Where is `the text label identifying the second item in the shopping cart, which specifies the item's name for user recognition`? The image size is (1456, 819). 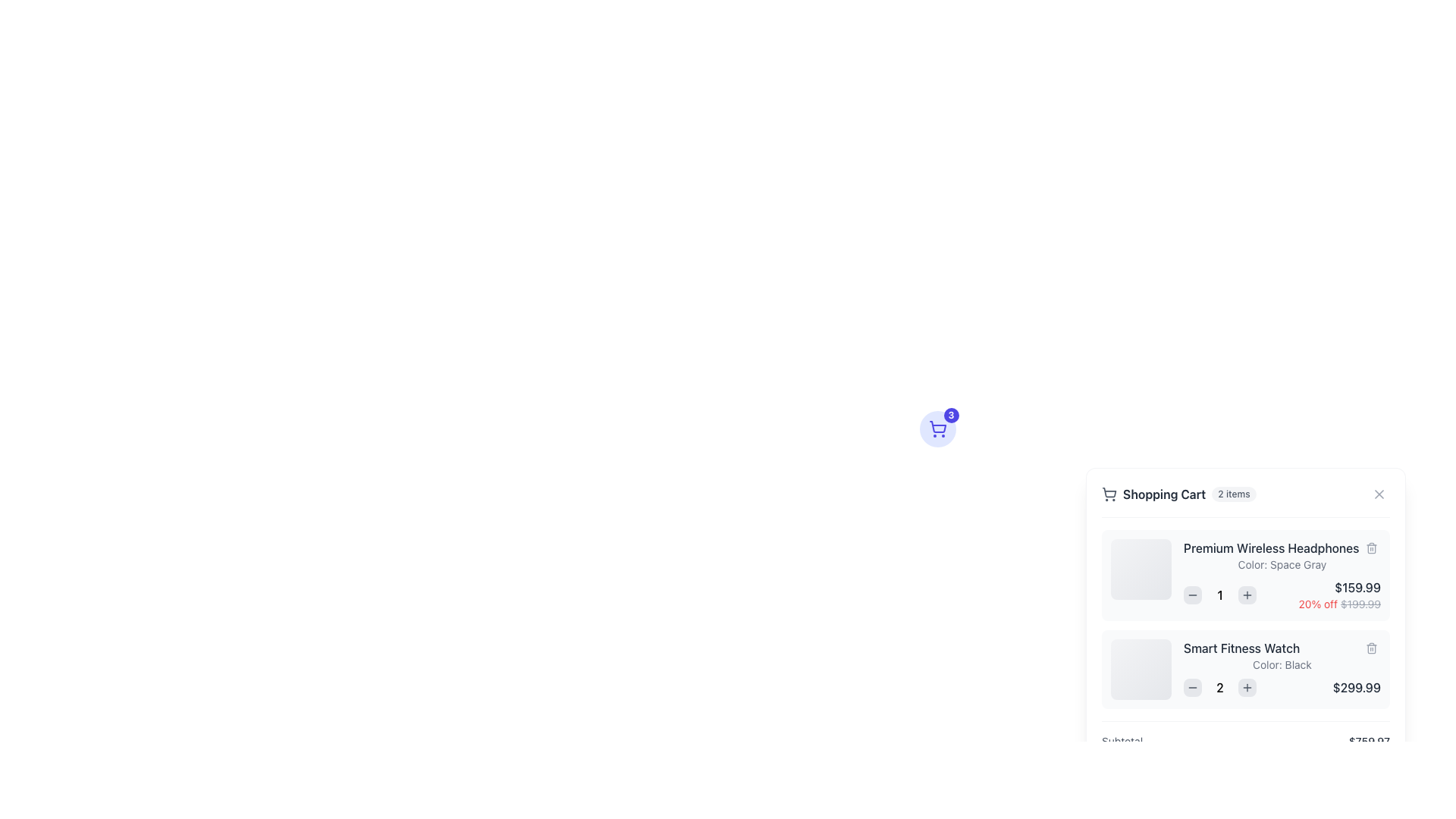 the text label identifying the second item in the shopping cart, which specifies the item's name for user recognition is located at coordinates (1281, 648).